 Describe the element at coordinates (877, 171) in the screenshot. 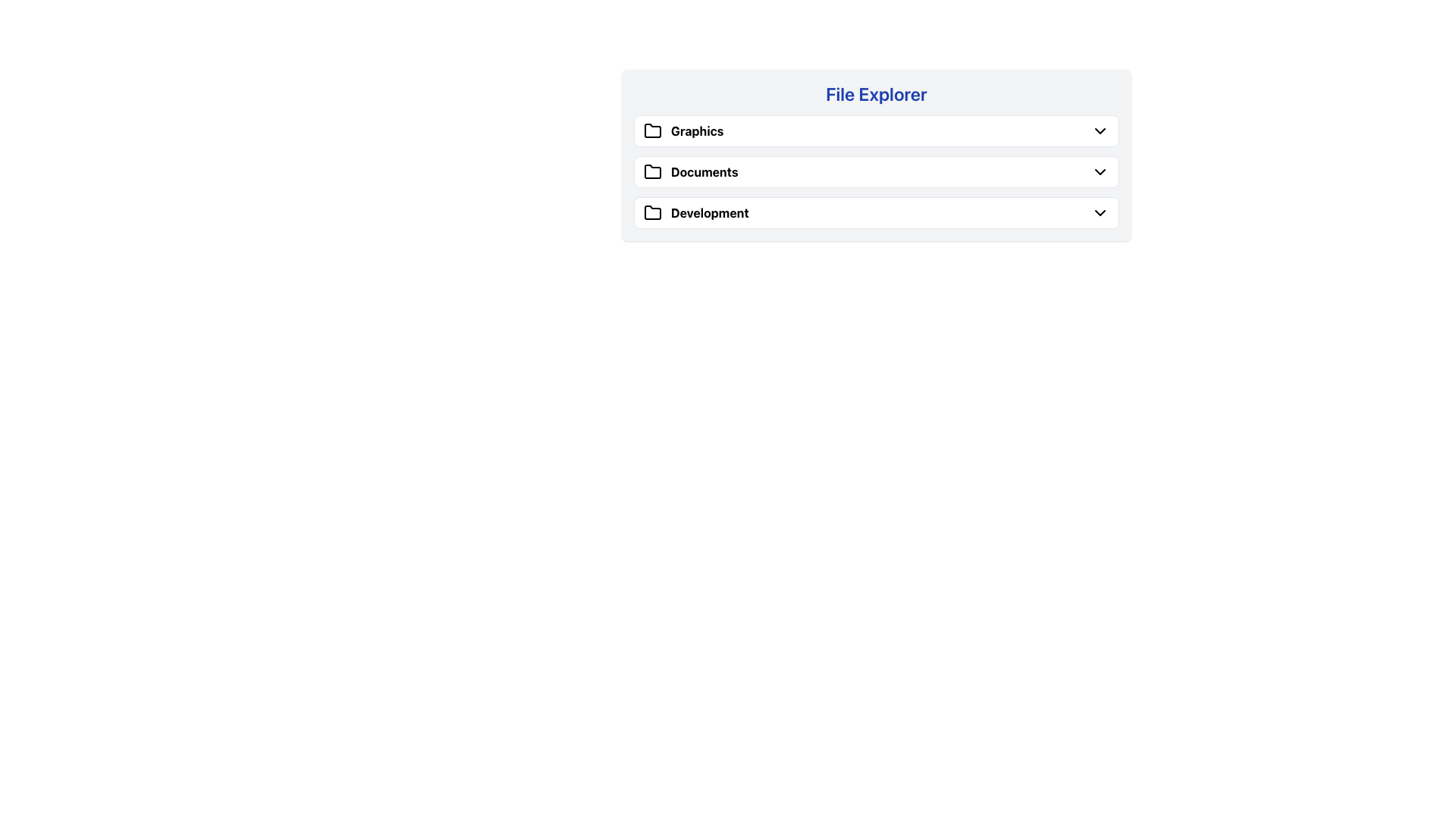

I see `the second selectable list item in the 'File Explorer' section, which represents a folder entry for 'Documents'` at that location.